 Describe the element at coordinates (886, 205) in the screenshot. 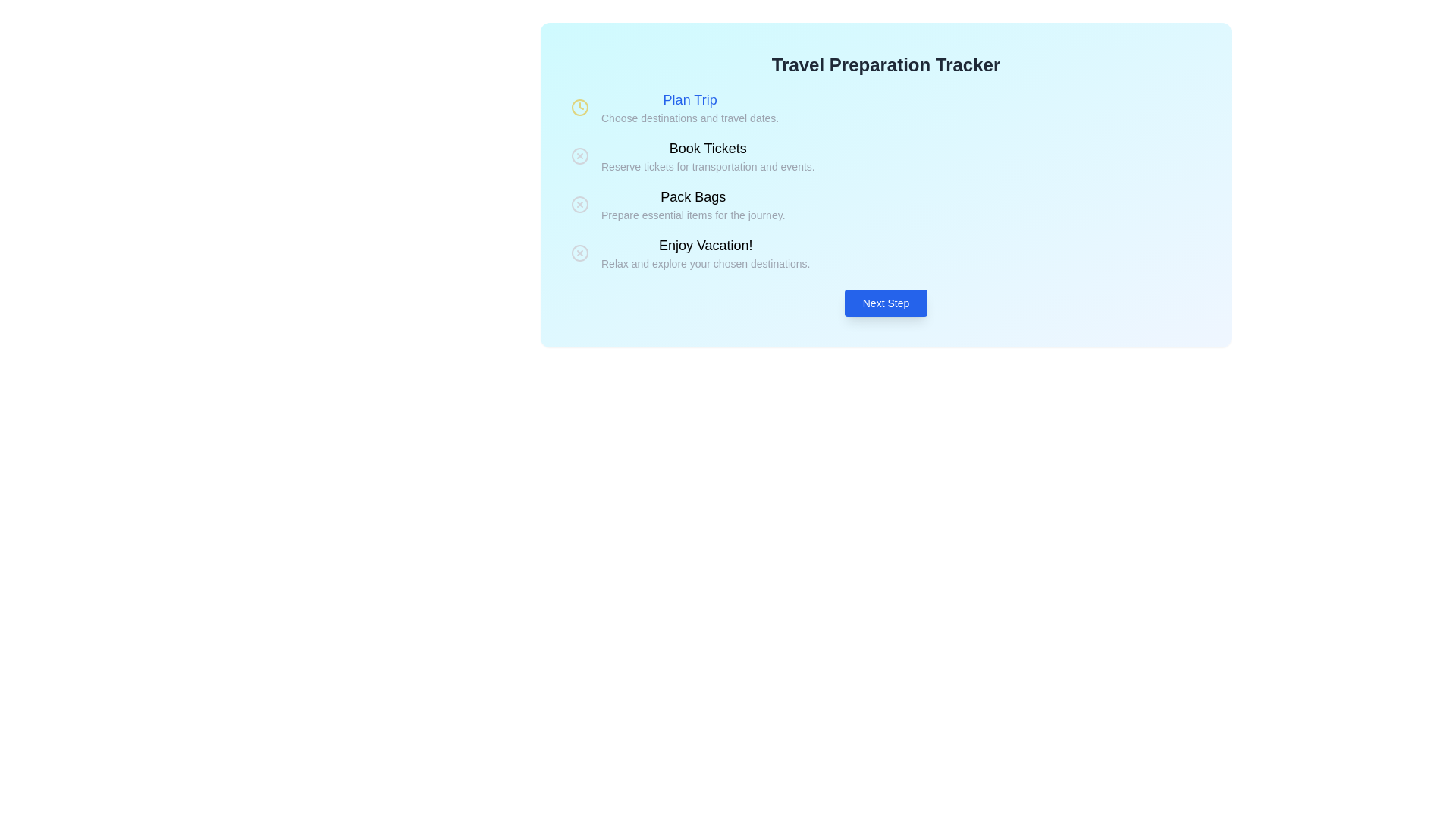

I see `the 'Pack Bags' step indicator in the 'Travel Preparation Tracker' interface, which includes a bold title and a subtitle, and is positioned between 'Book Tickets' and 'Enjoy Vacation!'` at that location.